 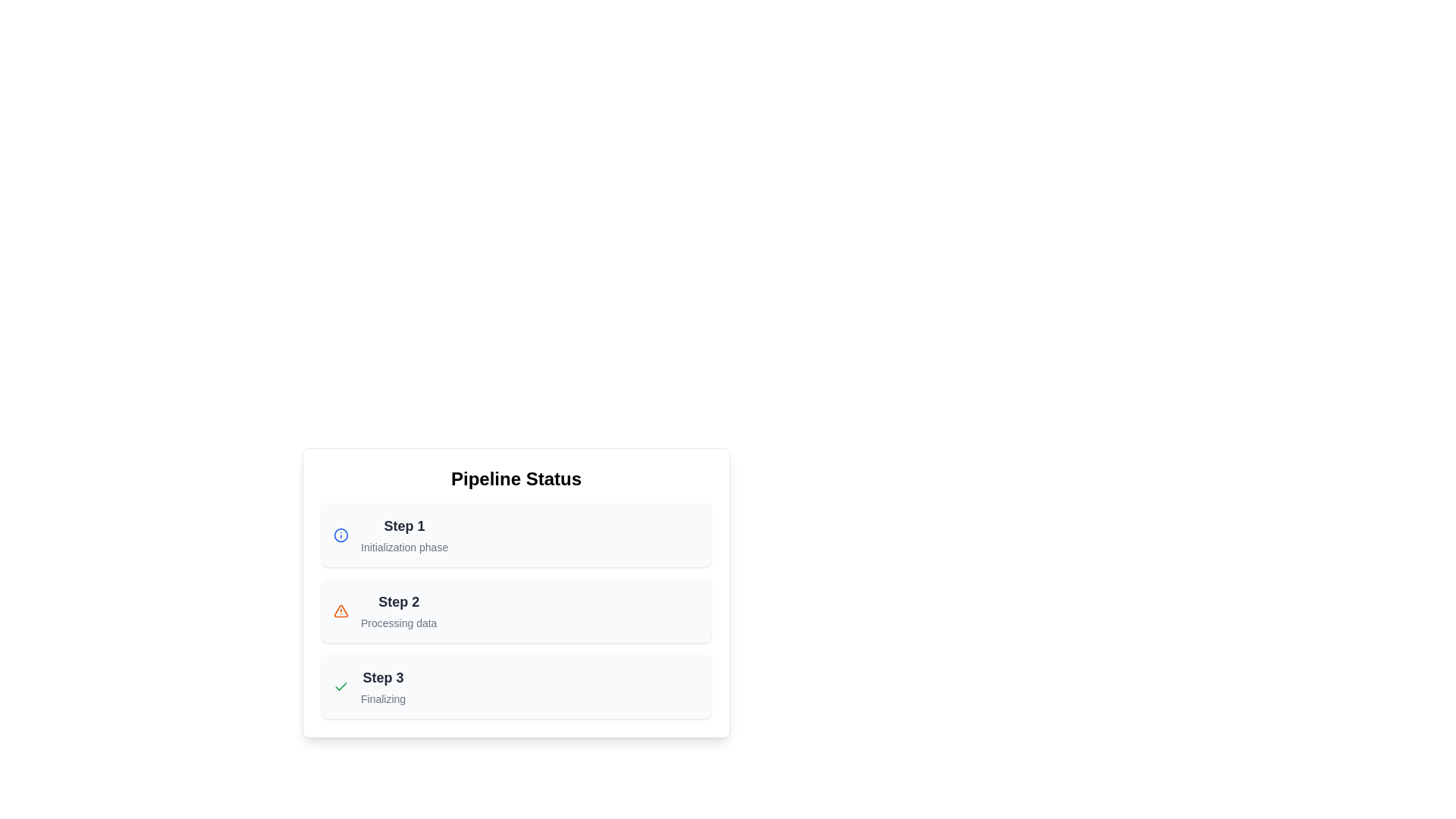 What do you see at coordinates (383, 687) in the screenshot?
I see `the 'Step 3' text label indicating 'Finalizing' in the Pipeline Status section to interpret its meaning` at bounding box center [383, 687].